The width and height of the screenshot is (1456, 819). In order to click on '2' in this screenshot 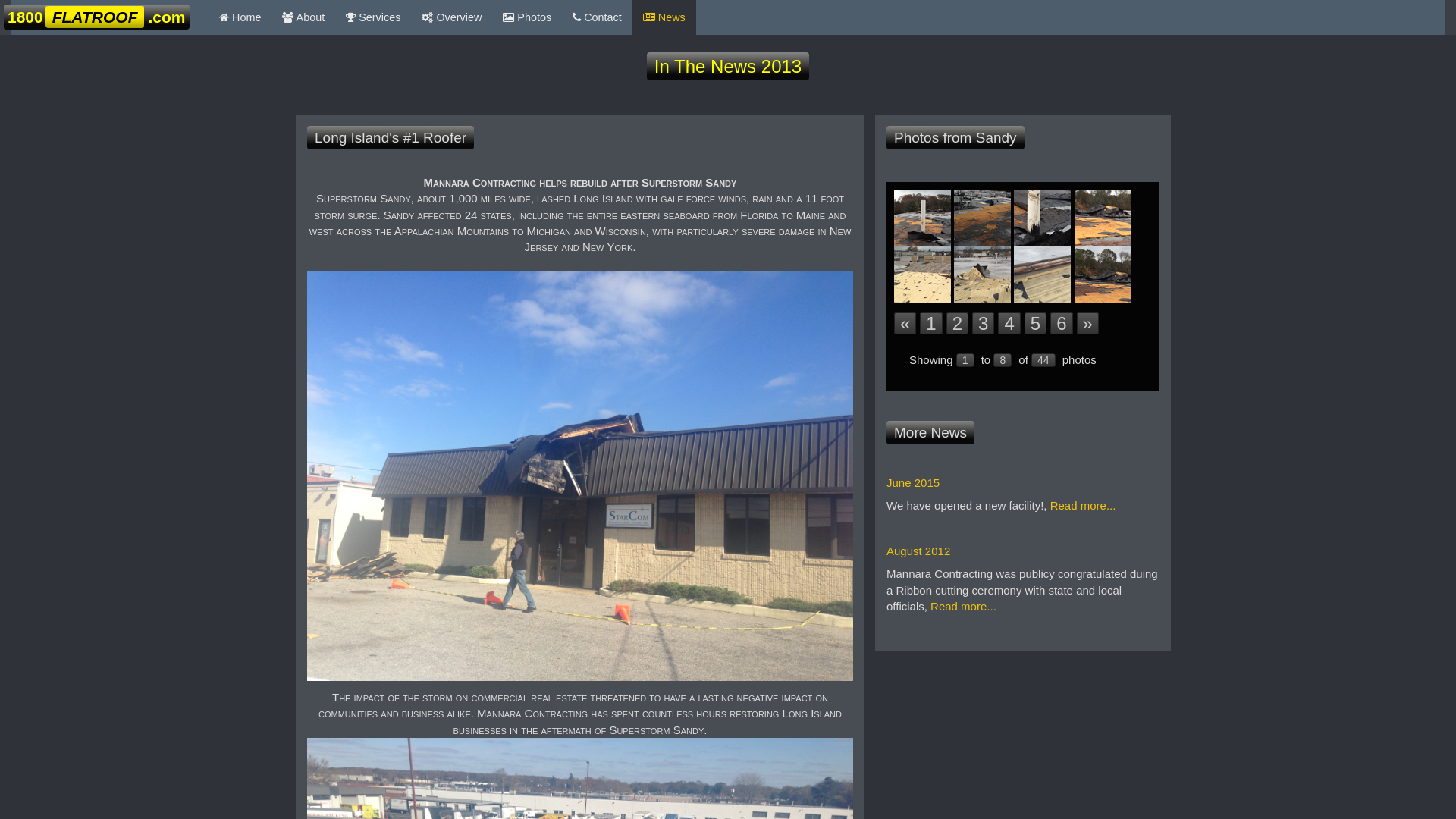, I will do `click(956, 322)`.